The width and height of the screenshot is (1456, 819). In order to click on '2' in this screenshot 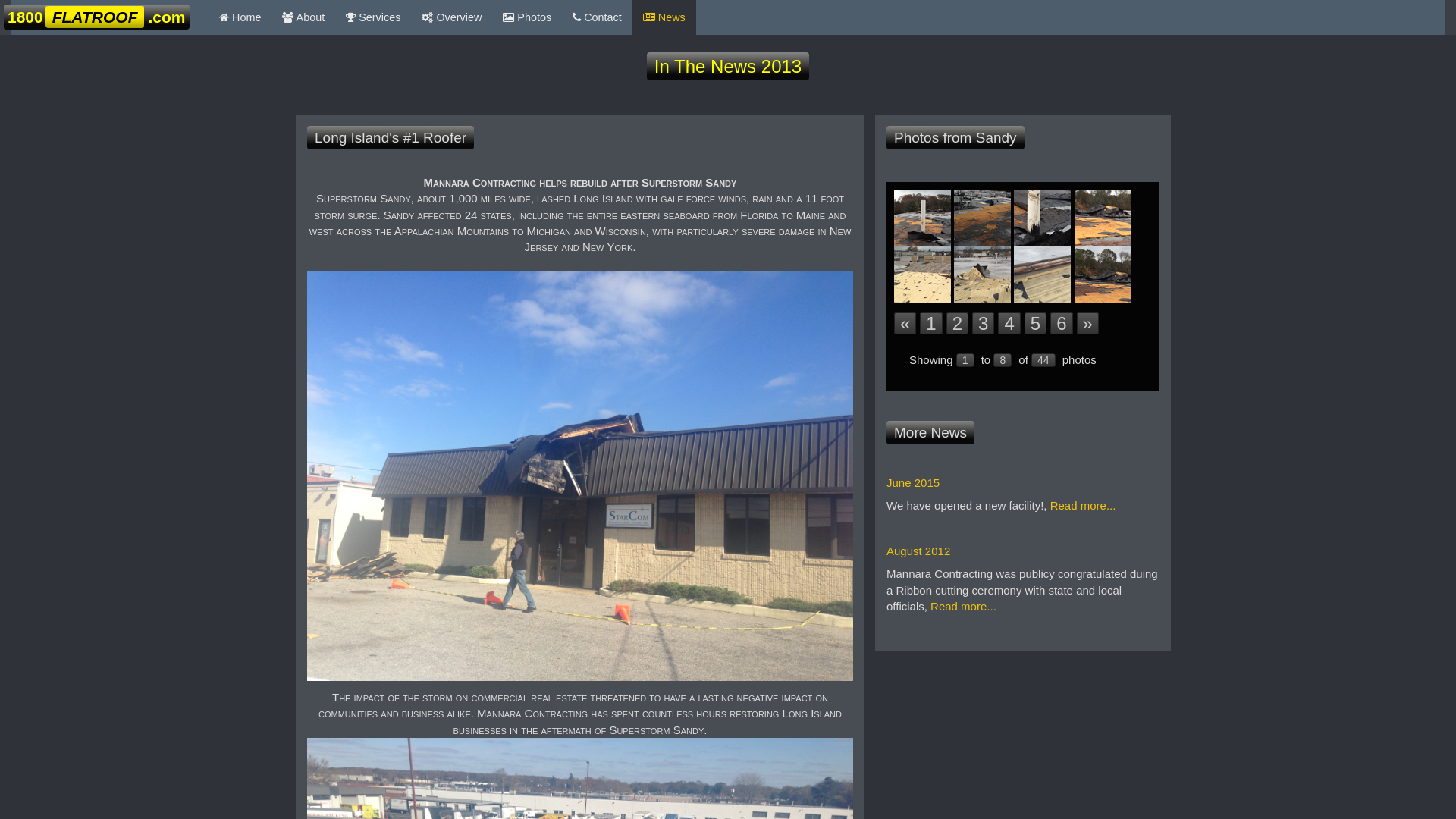, I will do `click(956, 322)`.